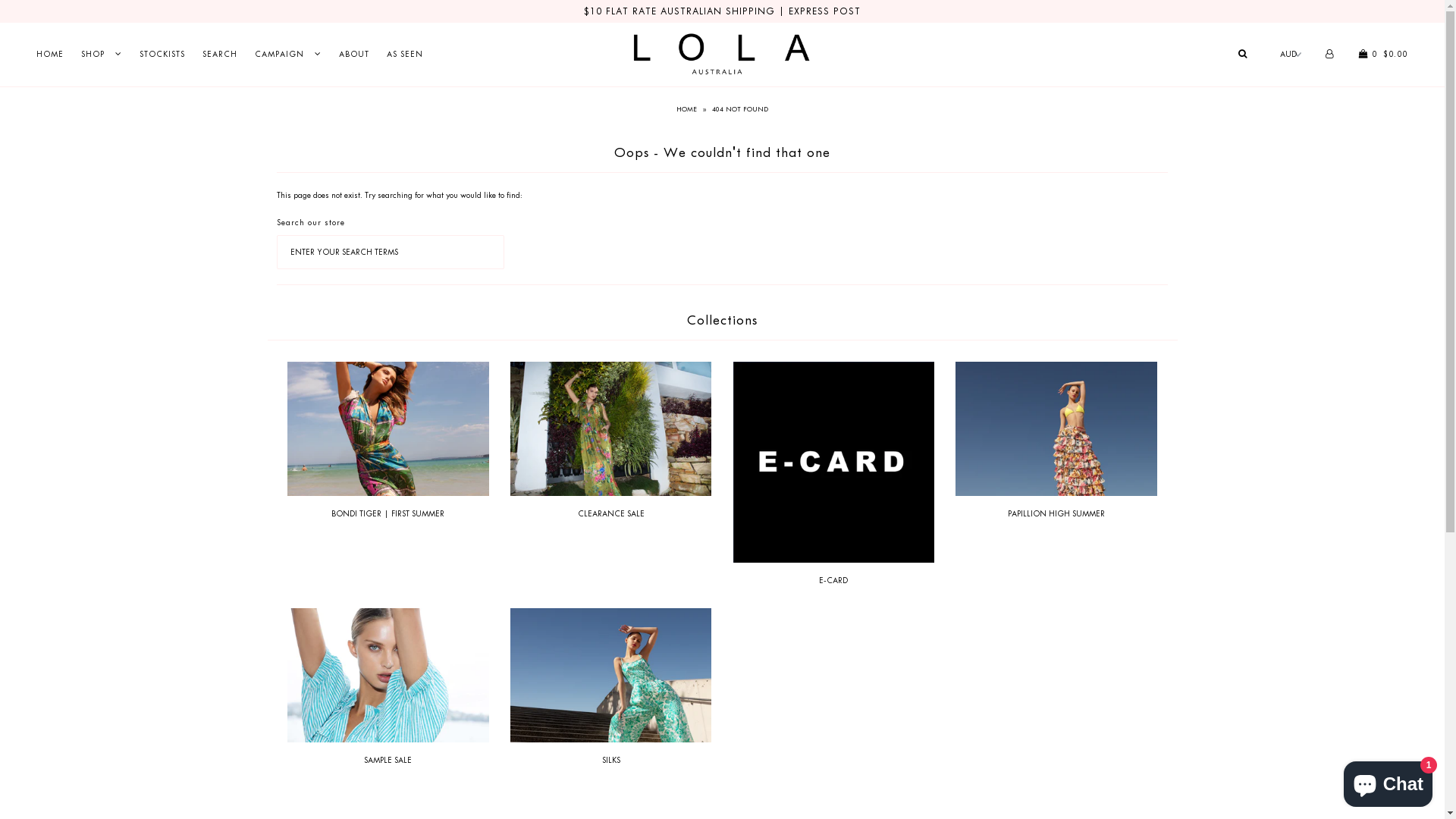 This screenshot has height=819, width=1456. Describe the element at coordinates (1382, 53) in the screenshot. I see `'  0  $0.00'` at that location.